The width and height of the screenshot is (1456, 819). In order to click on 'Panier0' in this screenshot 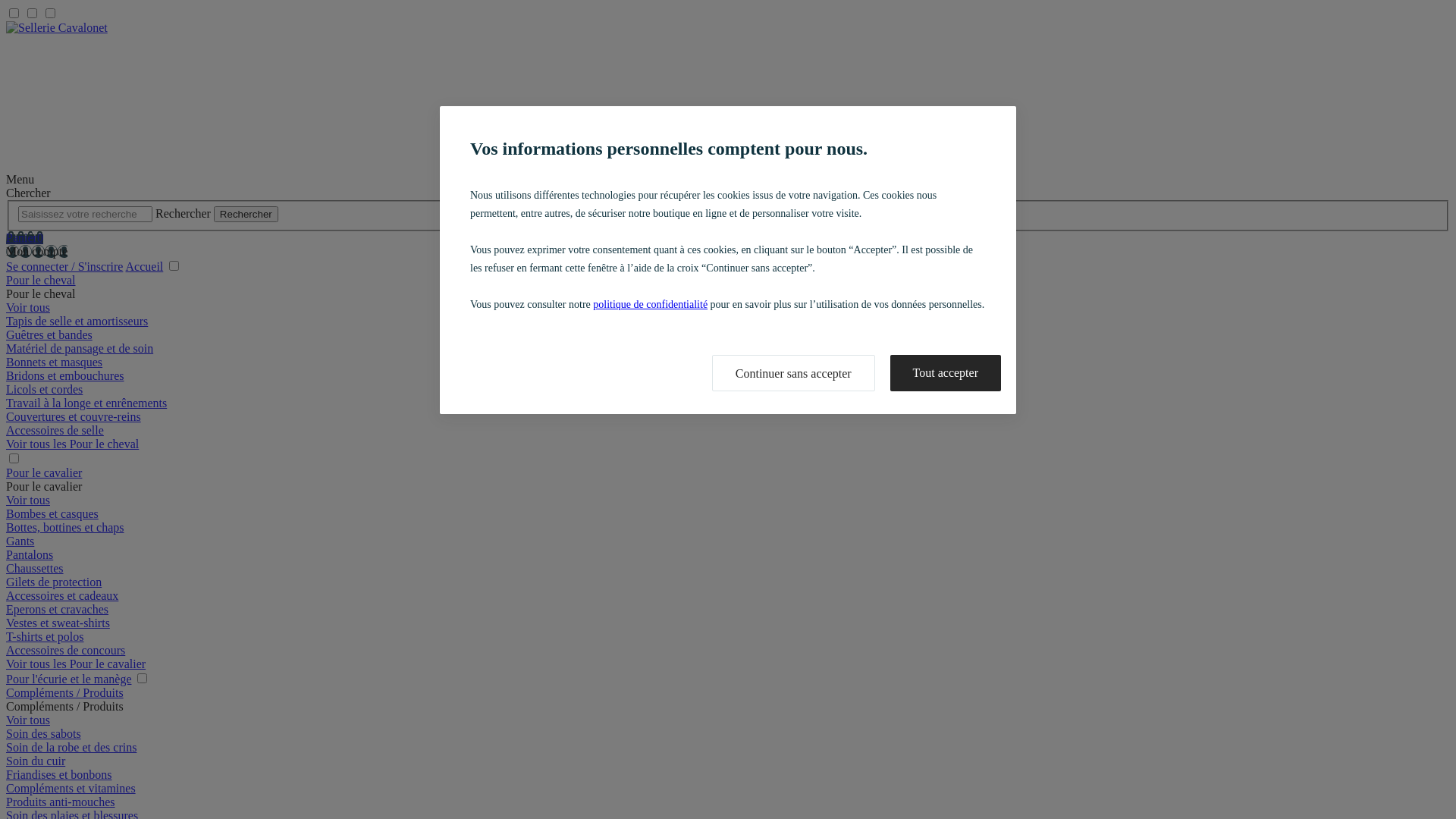, I will do `click(24, 237)`.